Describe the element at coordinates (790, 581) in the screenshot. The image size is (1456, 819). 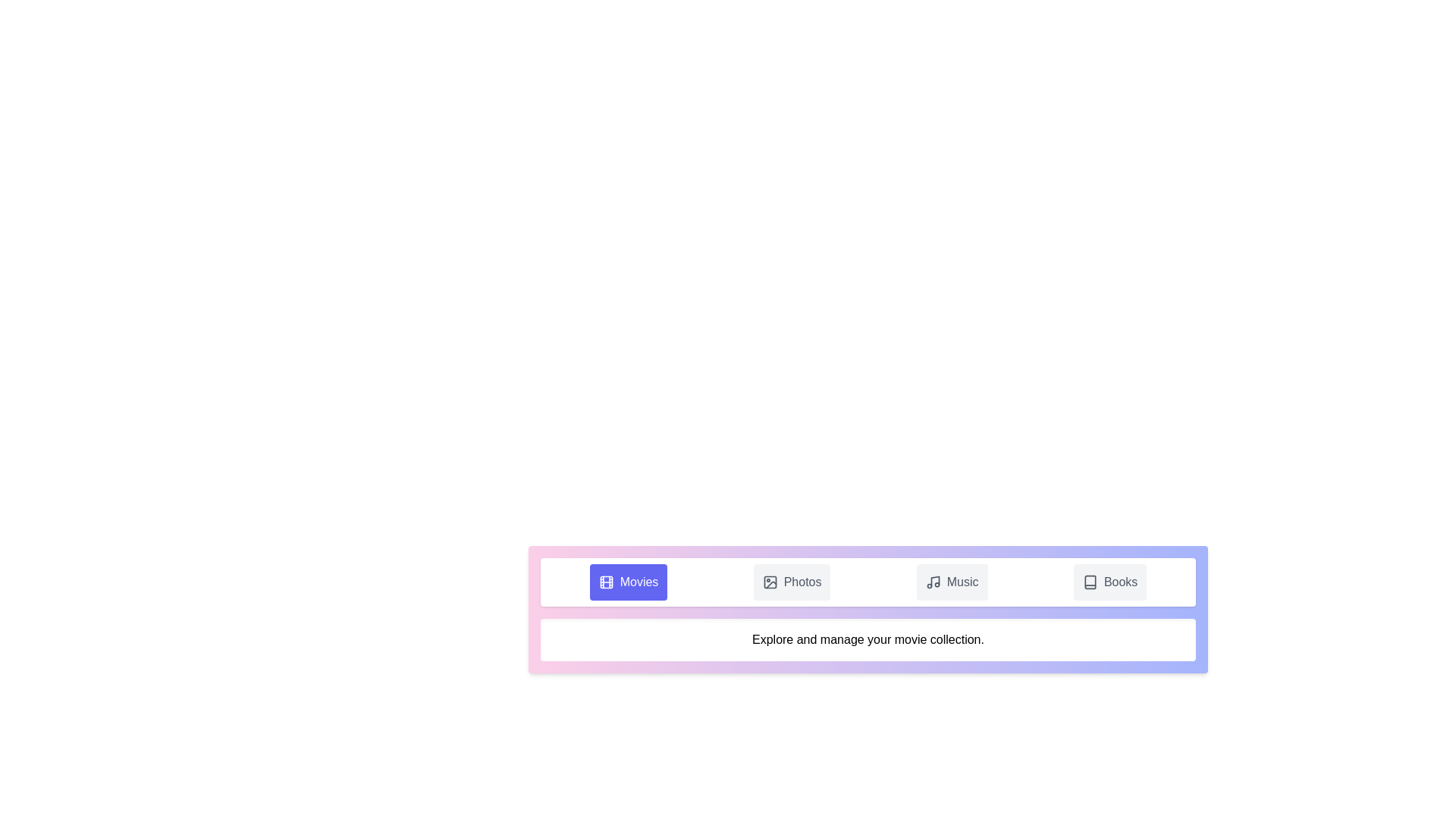
I see `the 'Photos' tab button to observe the visual feedback` at that location.